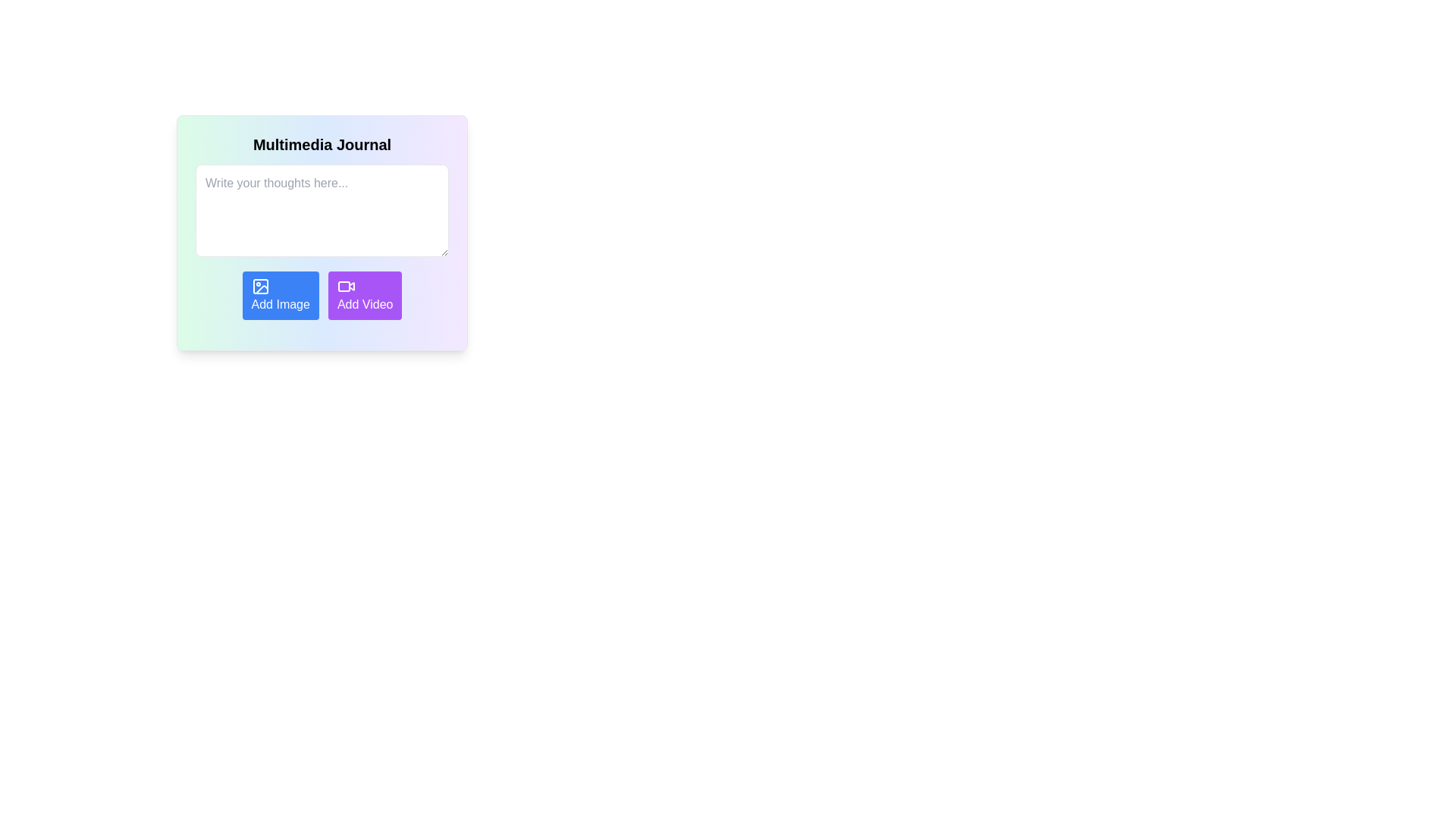  Describe the element at coordinates (260, 287) in the screenshot. I see `the SVG-based graphical icon resembling an image, which is centered within the blue 'Add Image' button located on the left under the text input box labeled 'Write your thoughts here...'` at that location.